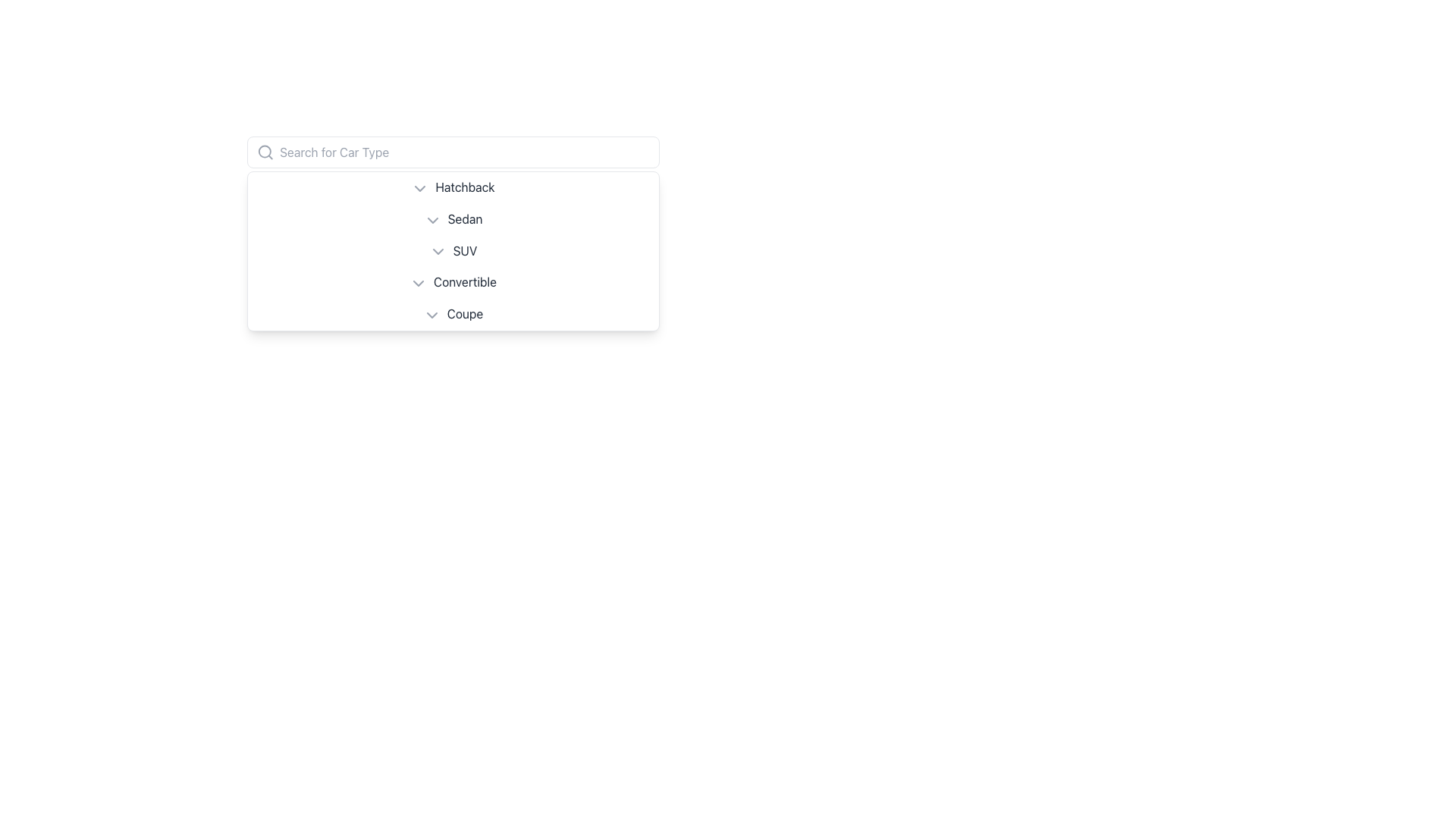 The image size is (1456, 819). Describe the element at coordinates (264, 152) in the screenshot. I see `the circular icon component of the magnifying glass located at the leftmost part of the 'Search for Car Type' input field` at that location.